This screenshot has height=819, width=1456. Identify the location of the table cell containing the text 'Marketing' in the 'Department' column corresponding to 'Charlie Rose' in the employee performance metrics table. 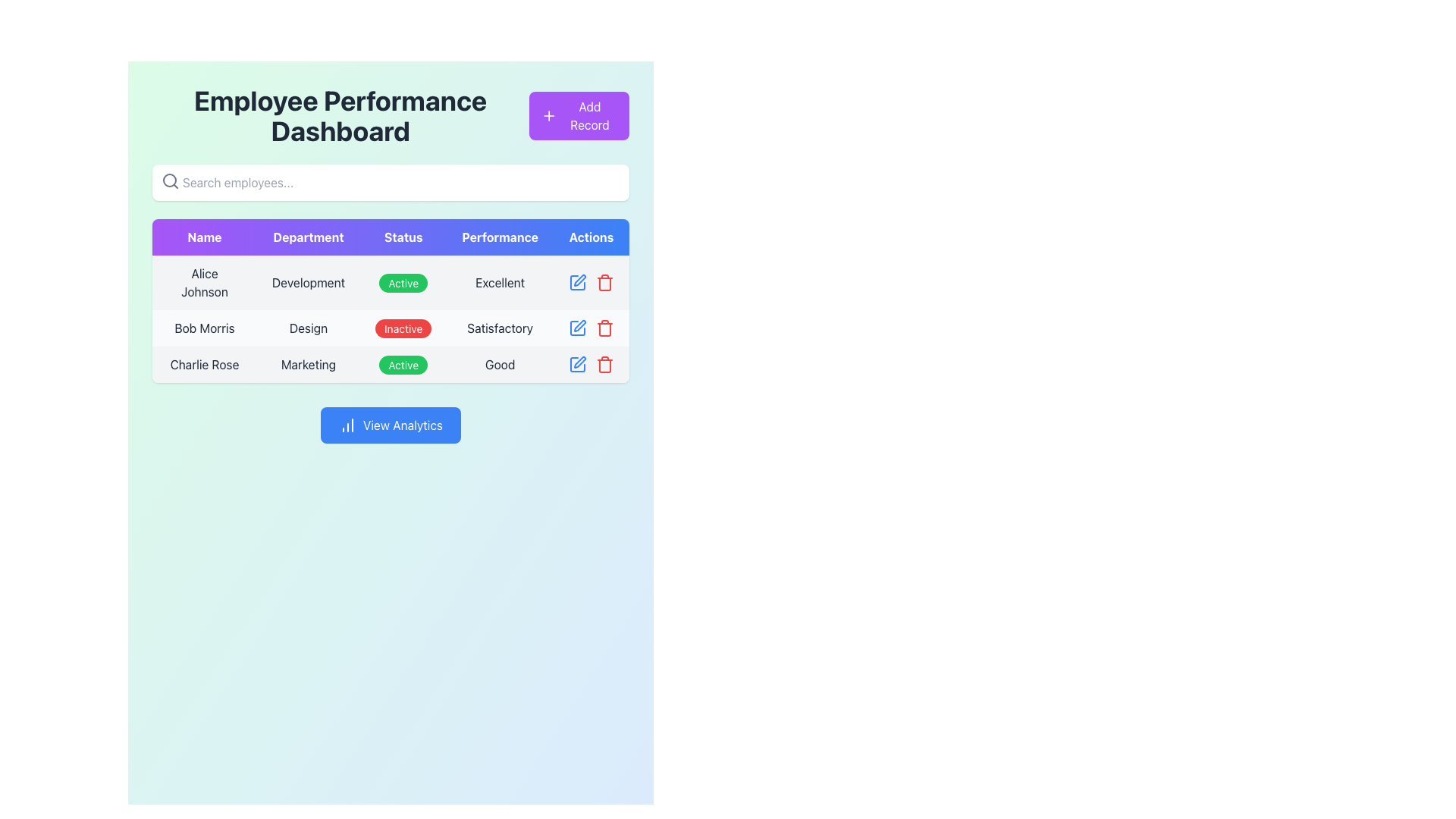
(308, 365).